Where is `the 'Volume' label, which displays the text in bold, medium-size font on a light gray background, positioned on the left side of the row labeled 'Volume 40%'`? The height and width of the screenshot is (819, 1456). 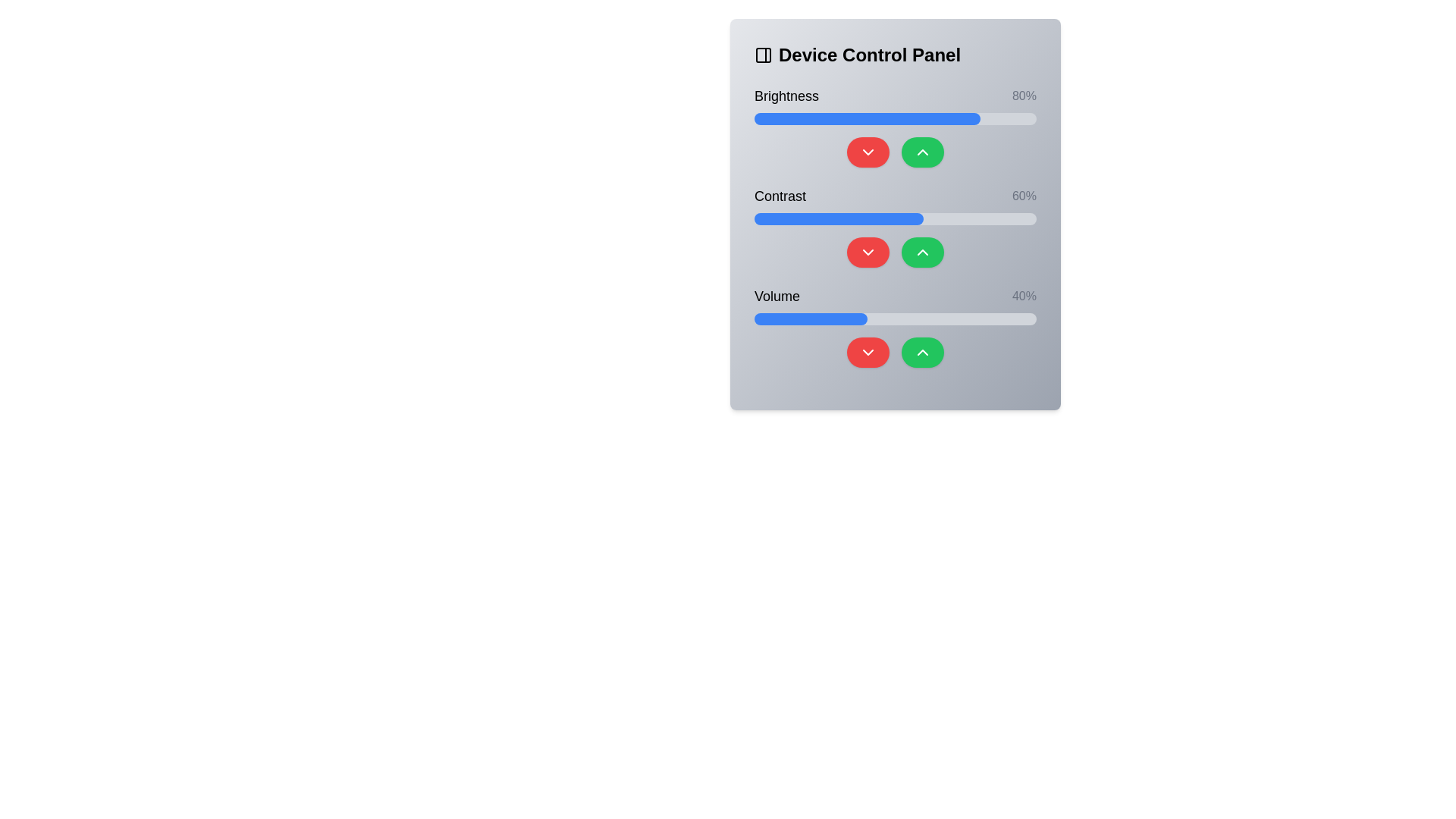
the 'Volume' label, which displays the text in bold, medium-size font on a light gray background, positioned on the left side of the row labeled 'Volume 40%' is located at coordinates (777, 296).